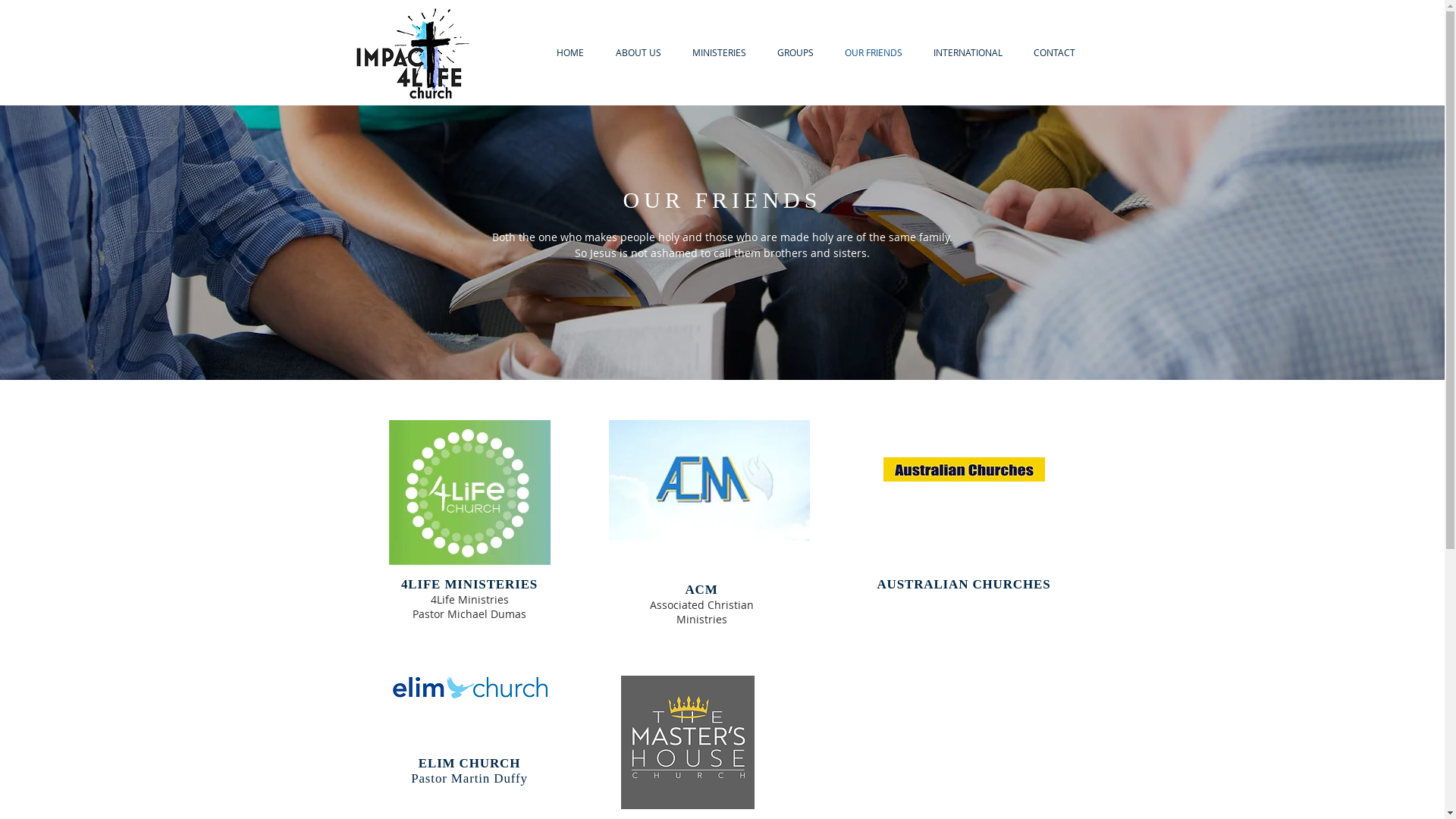 The image size is (1456, 819). What do you see at coordinates (1053, 52) in the screenshot?
I see `'CONTACT'` at bounding box center [1053, 52].